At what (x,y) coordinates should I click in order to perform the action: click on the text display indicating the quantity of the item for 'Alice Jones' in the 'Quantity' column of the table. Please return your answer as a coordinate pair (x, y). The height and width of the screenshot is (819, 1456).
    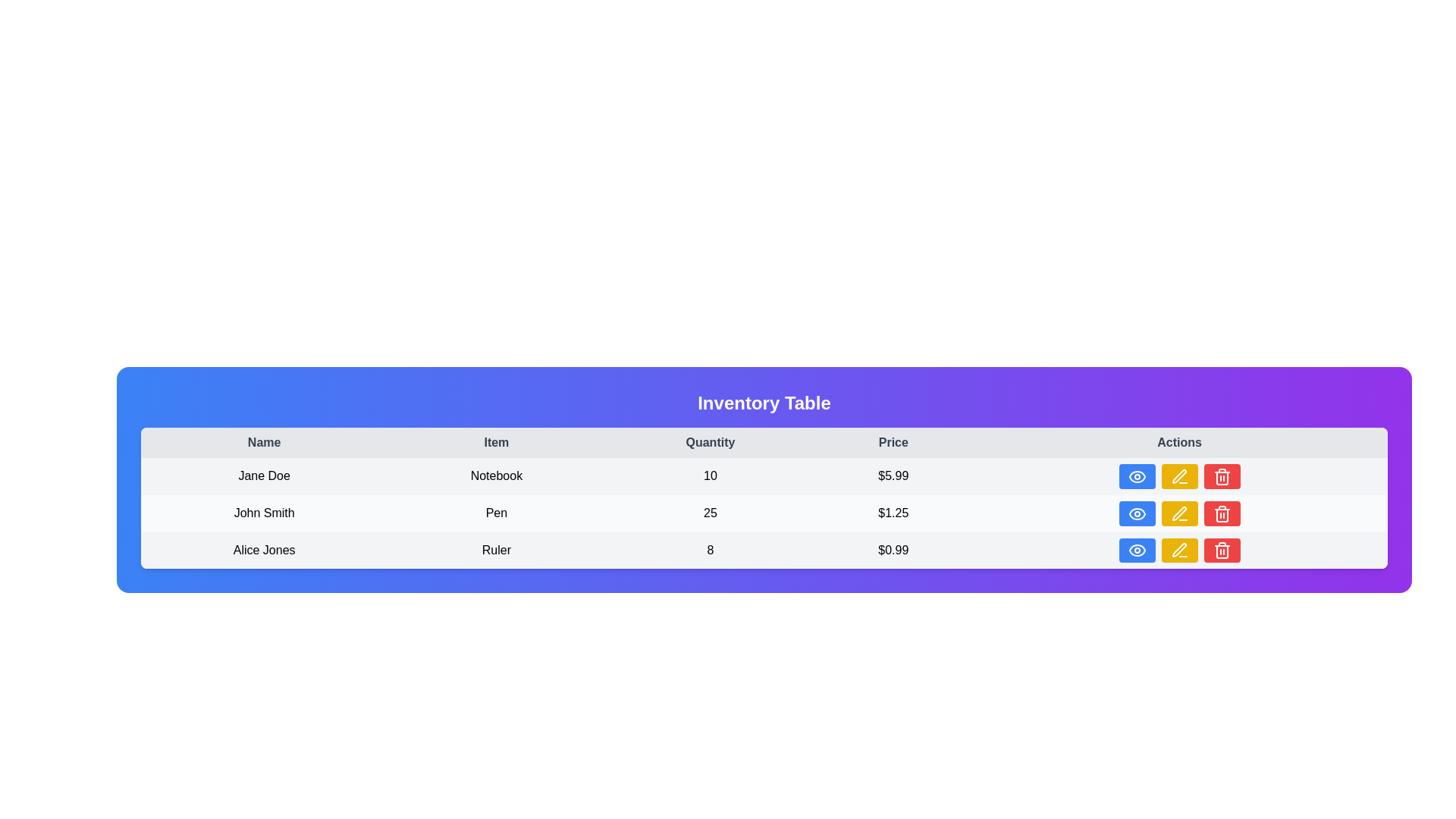
    Looking at the image, I should click on (709, 550).